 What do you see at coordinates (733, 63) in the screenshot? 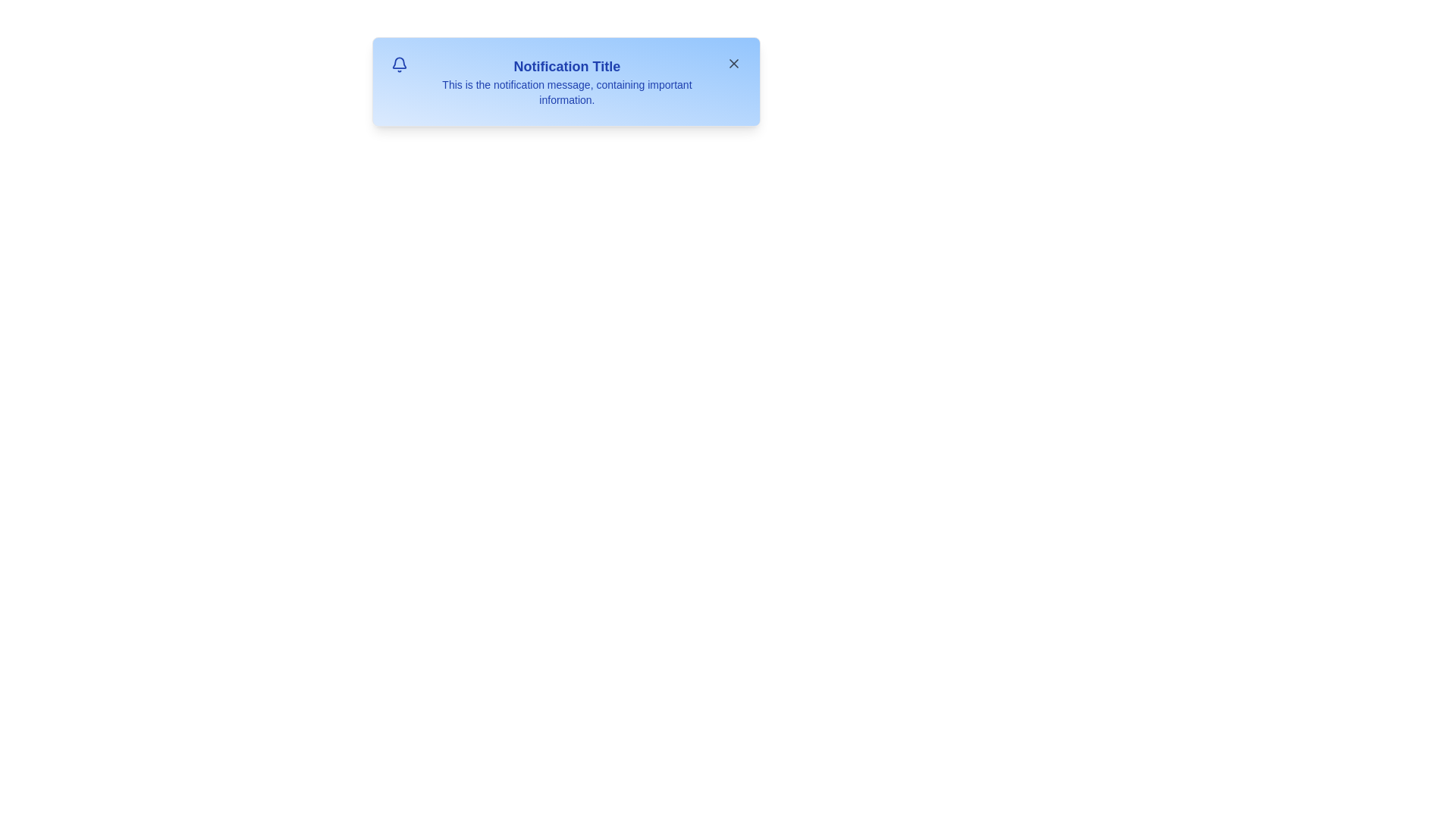
I see `the close button to hide the notification` at bounding box center [733, 63].